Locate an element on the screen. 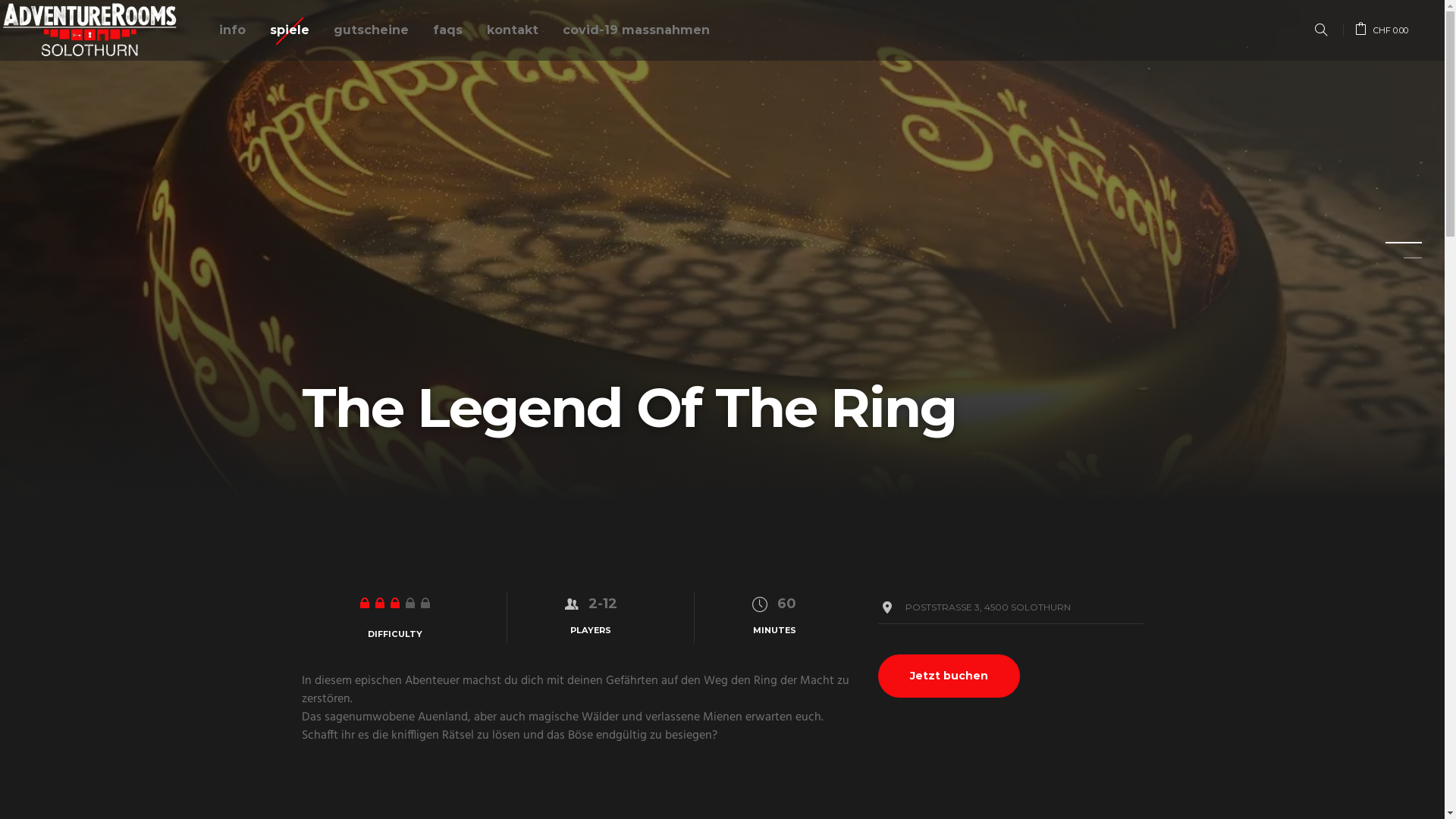 This screenshot has height=819, width=1456. 'faqs' is located at coordinates (425, 30).